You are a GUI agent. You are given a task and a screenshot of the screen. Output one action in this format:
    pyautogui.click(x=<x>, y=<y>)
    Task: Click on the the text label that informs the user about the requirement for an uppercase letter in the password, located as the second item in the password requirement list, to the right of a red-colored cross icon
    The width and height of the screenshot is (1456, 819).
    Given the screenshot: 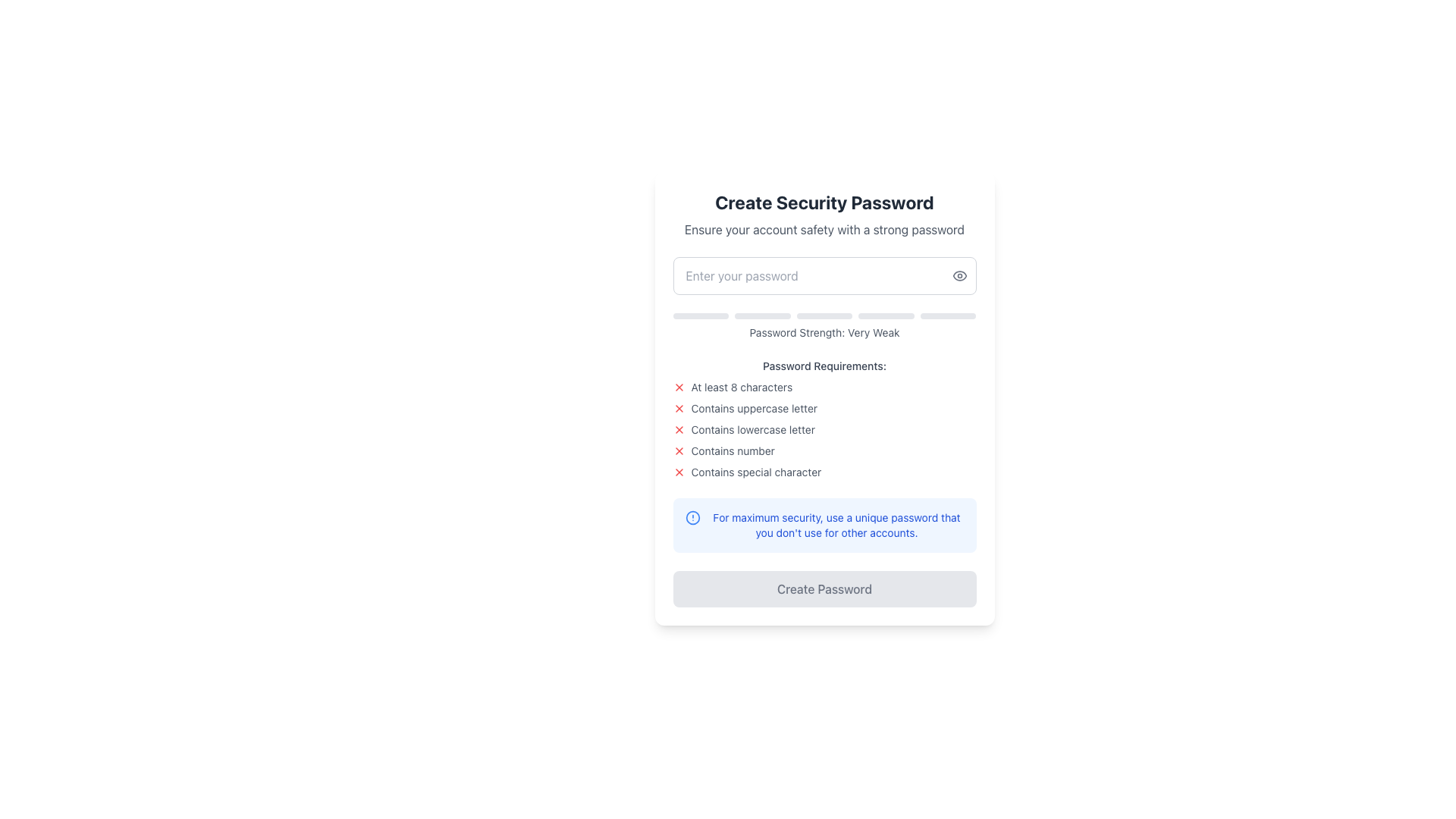 What is the action you would take?
    pyautogui.click(x=754, y=408)
    